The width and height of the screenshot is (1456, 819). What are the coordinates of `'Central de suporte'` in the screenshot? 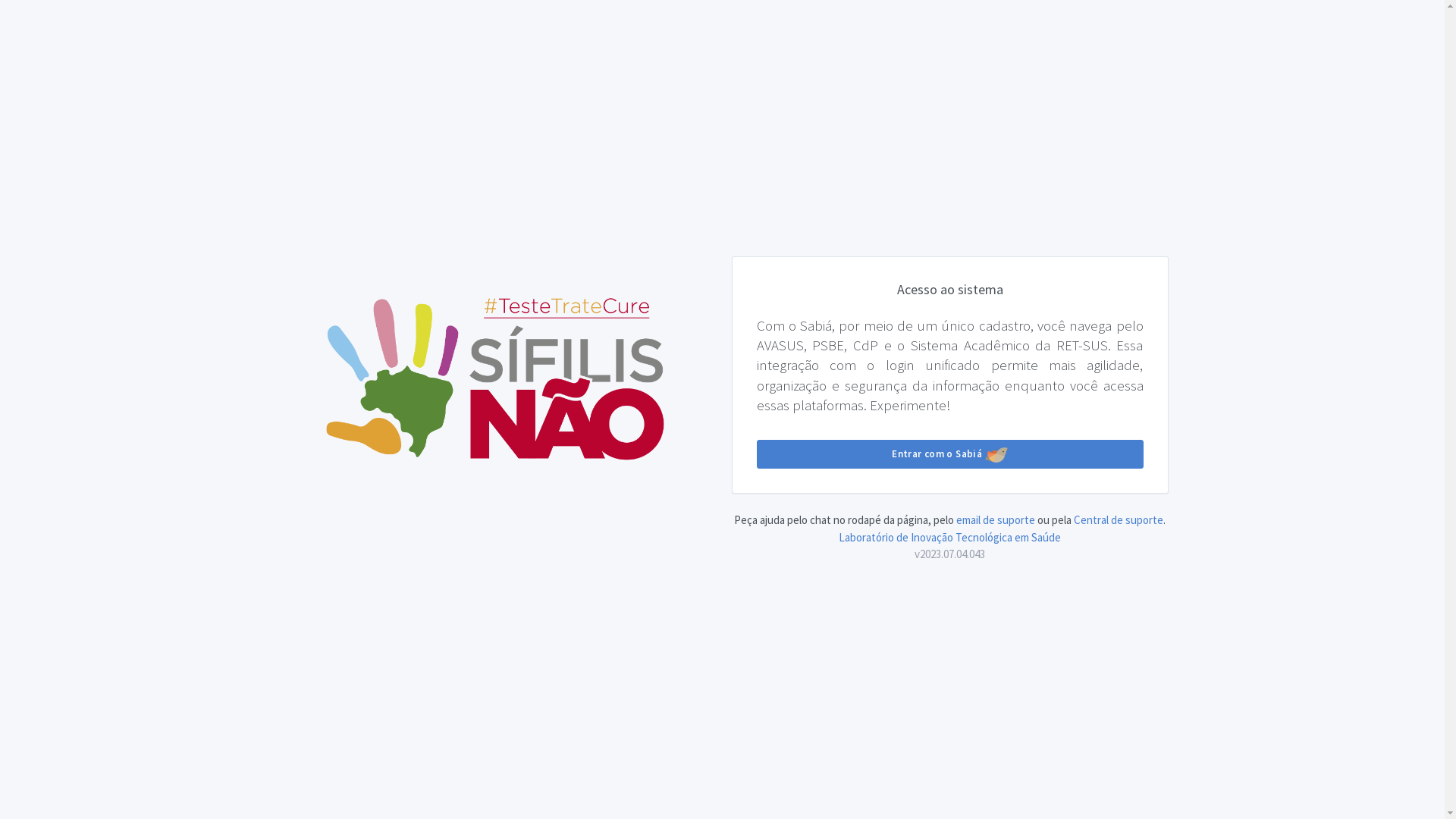 It's located at (1073, 519).